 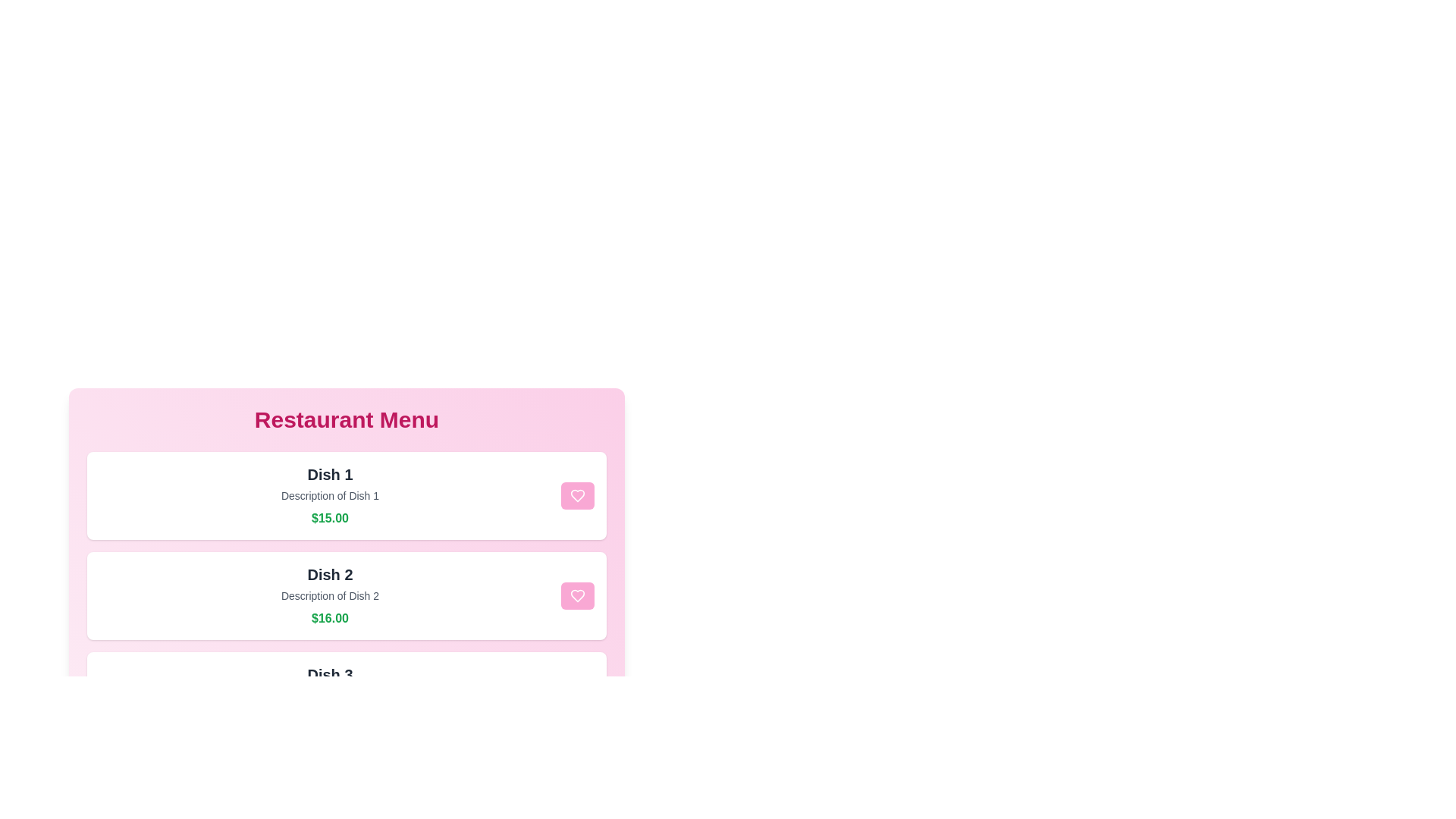 I want to click on the price label of 'Dish 2', which is located at the bottom of the section for 'Dish 2' in the menu, beneath the description text and to the left of an interactive heart icon, so click(x=329, y=619).